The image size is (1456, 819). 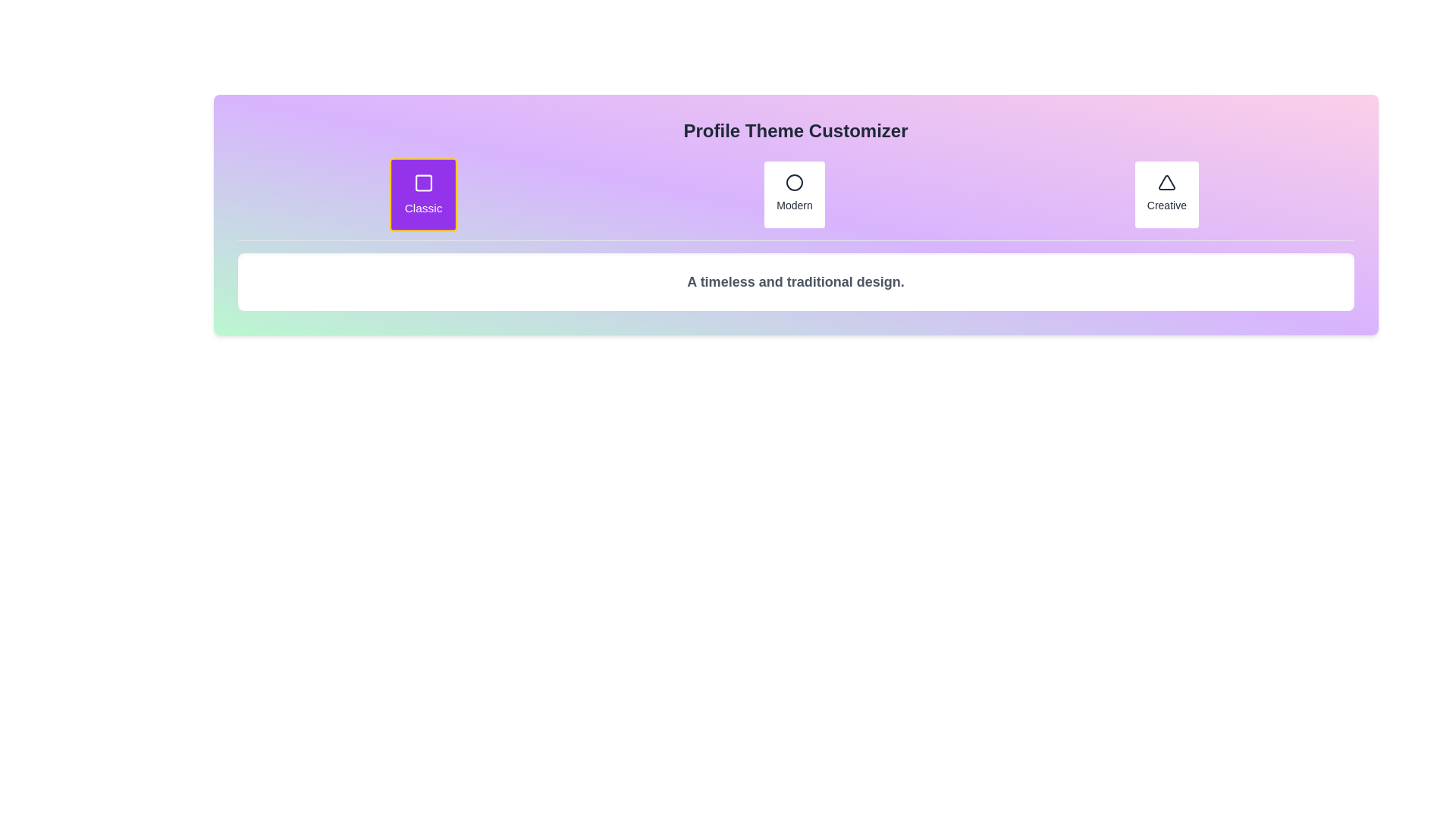 I want to click on the triangular icon within the white button labeled 'Creative.', so click(x=1166, y=181).